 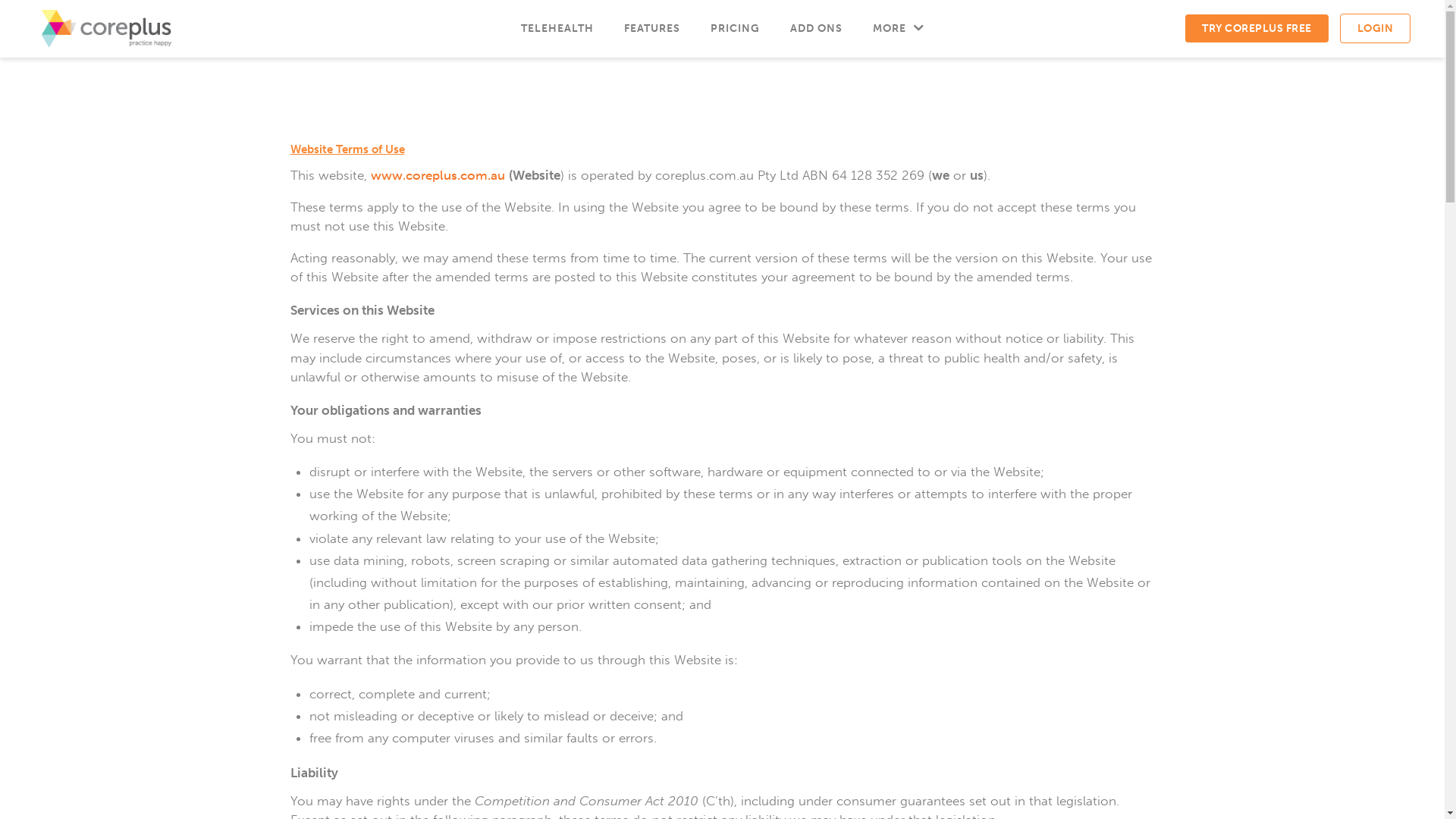 I want to click on 'FEATURES', so click(x=651, y=28).